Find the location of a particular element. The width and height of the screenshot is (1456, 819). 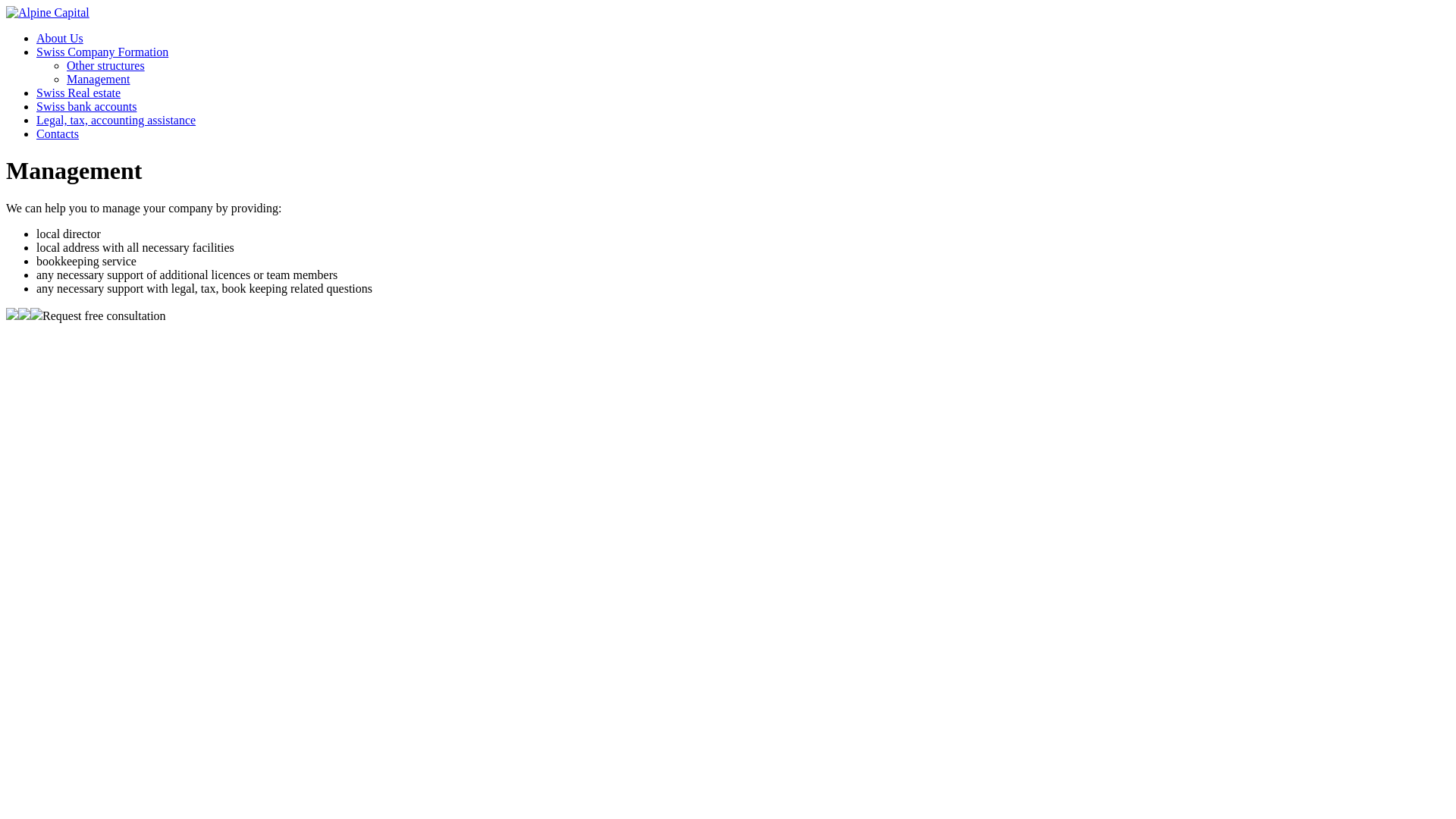

'Swiss Company Formation' is located at coordinates (36, 51).